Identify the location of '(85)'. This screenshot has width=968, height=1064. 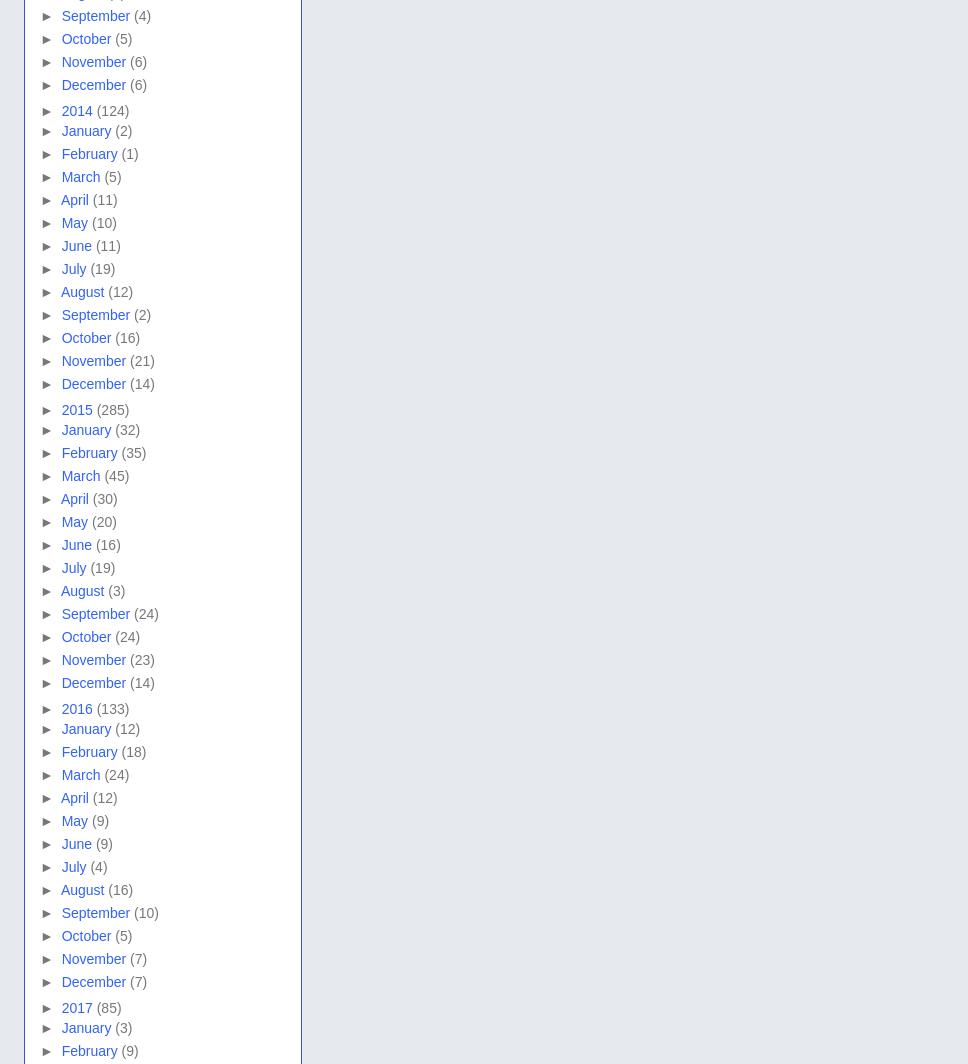
(96, 1008).